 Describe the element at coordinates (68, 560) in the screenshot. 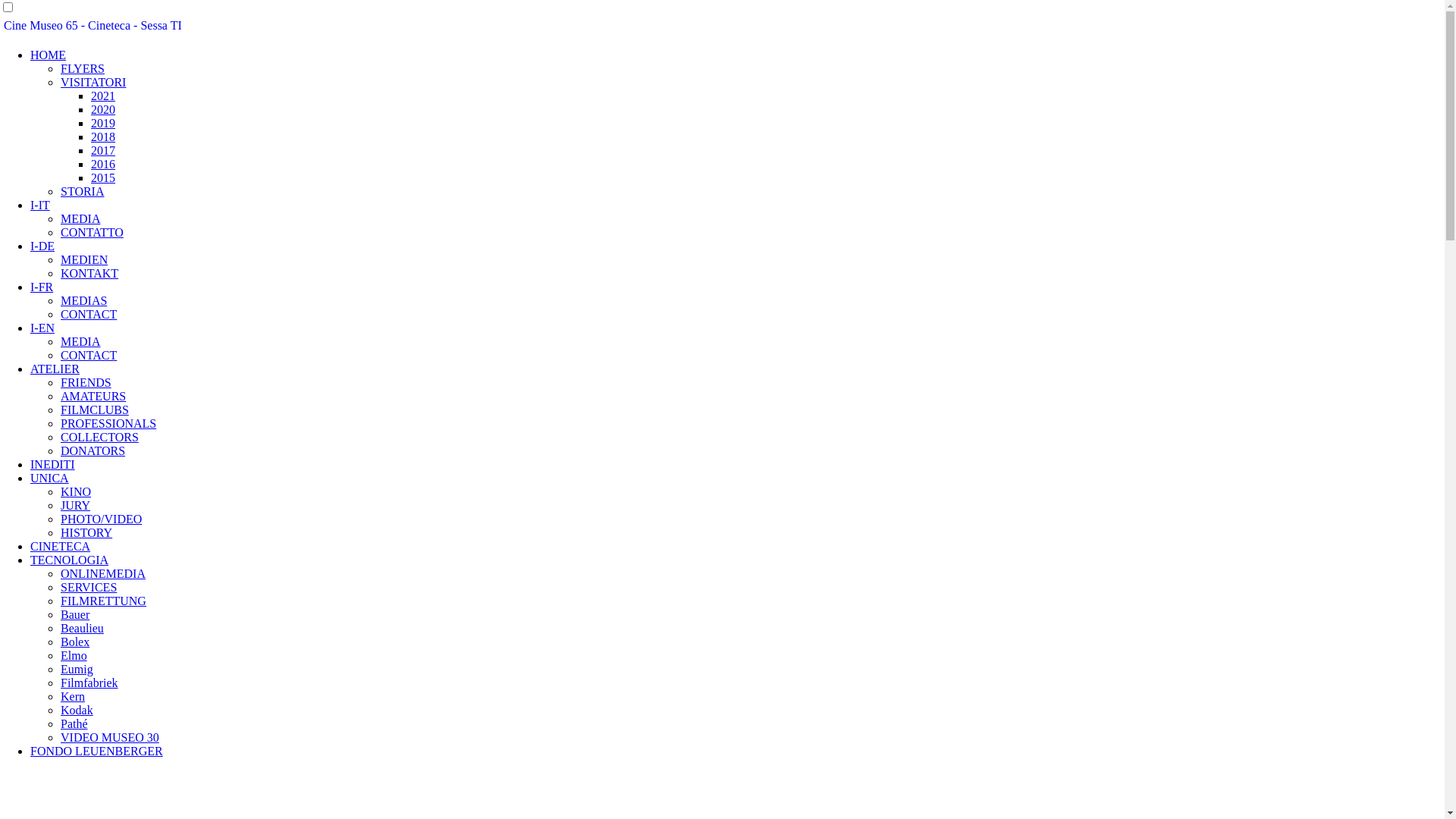

I see `'TECNOLOGIA'` at that location.